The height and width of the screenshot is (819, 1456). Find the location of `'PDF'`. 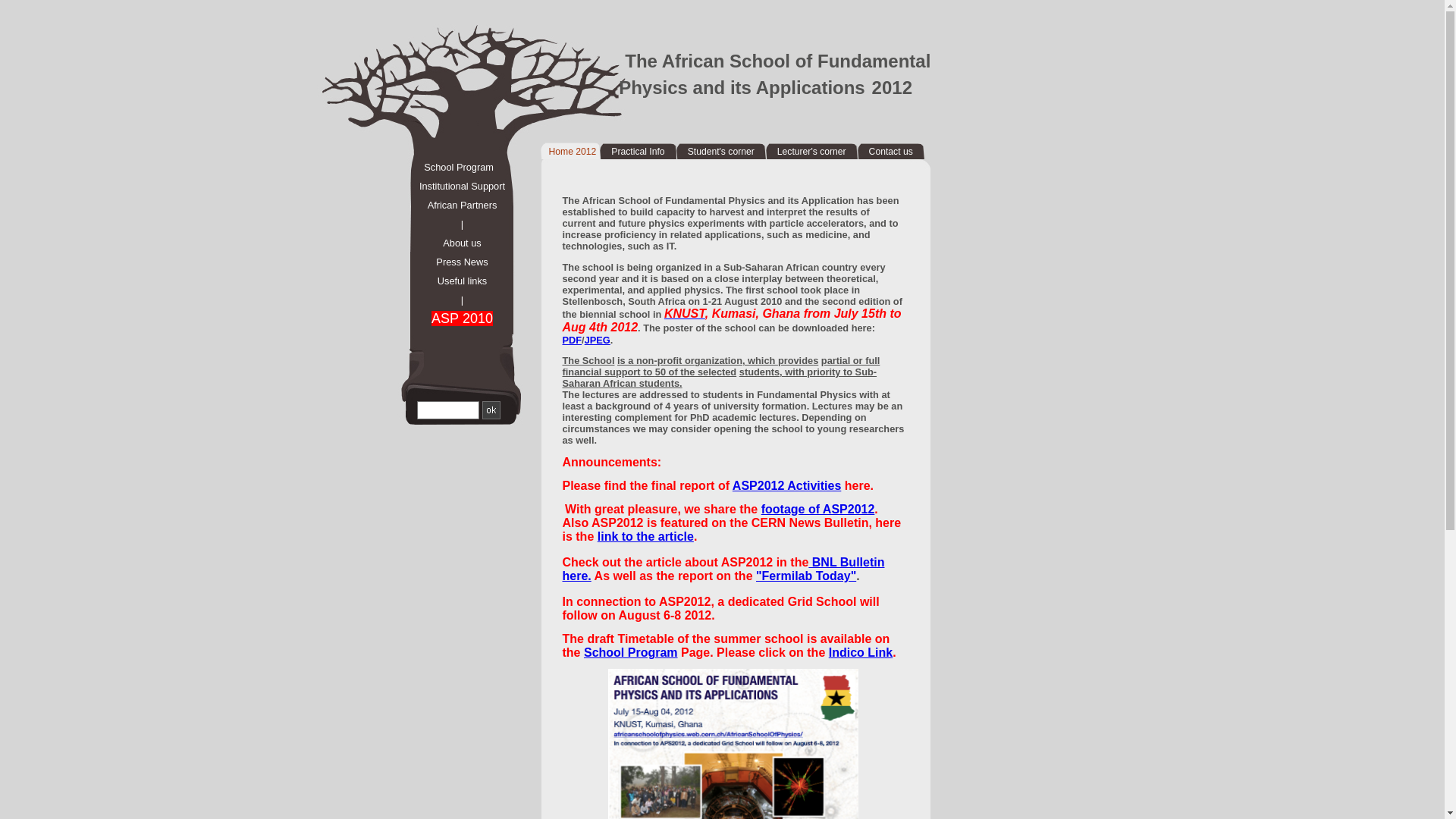

'PDF' is located at coordinates (571, 339).